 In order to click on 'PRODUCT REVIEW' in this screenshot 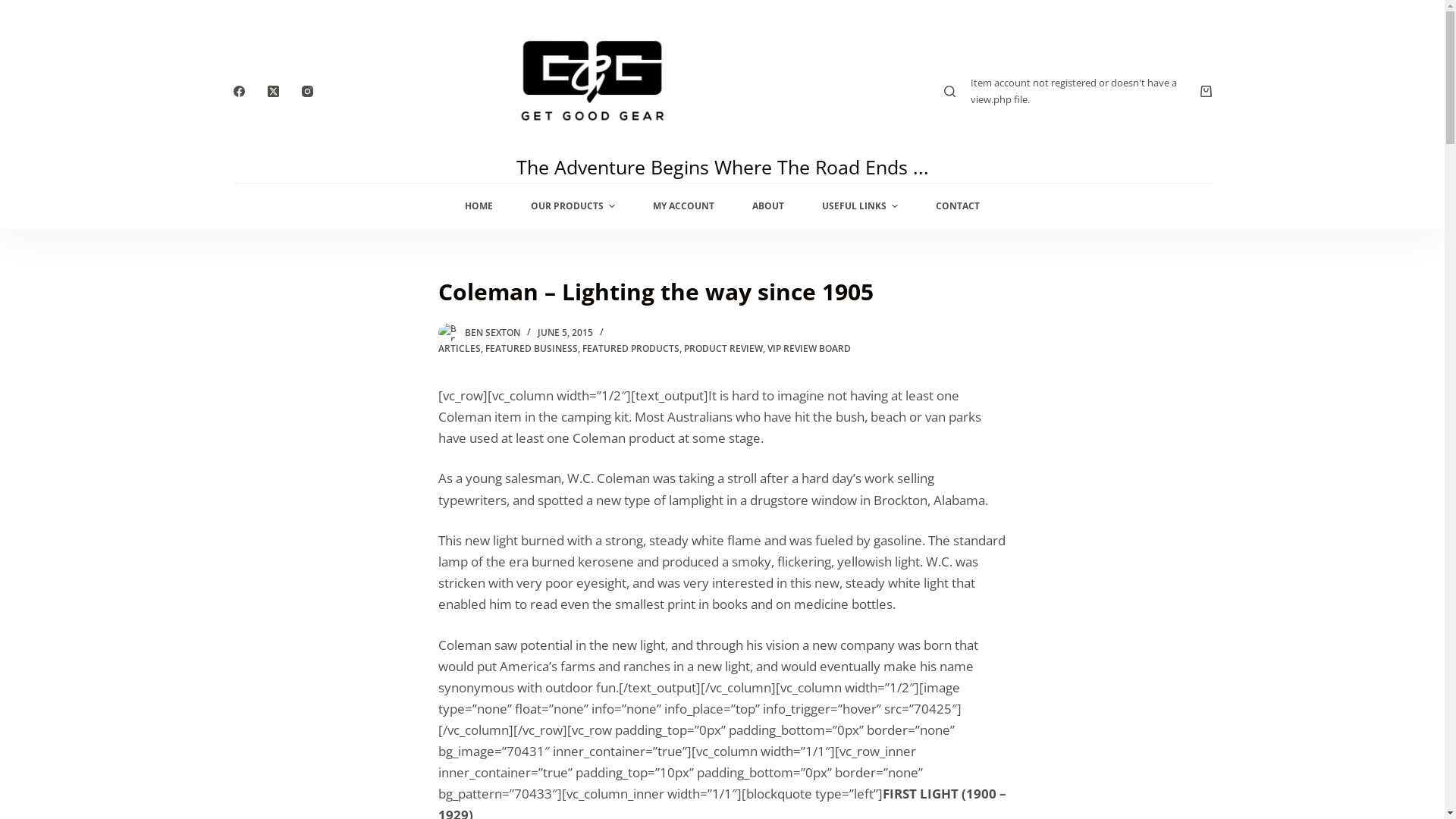, I will do `click(723, 348)`.